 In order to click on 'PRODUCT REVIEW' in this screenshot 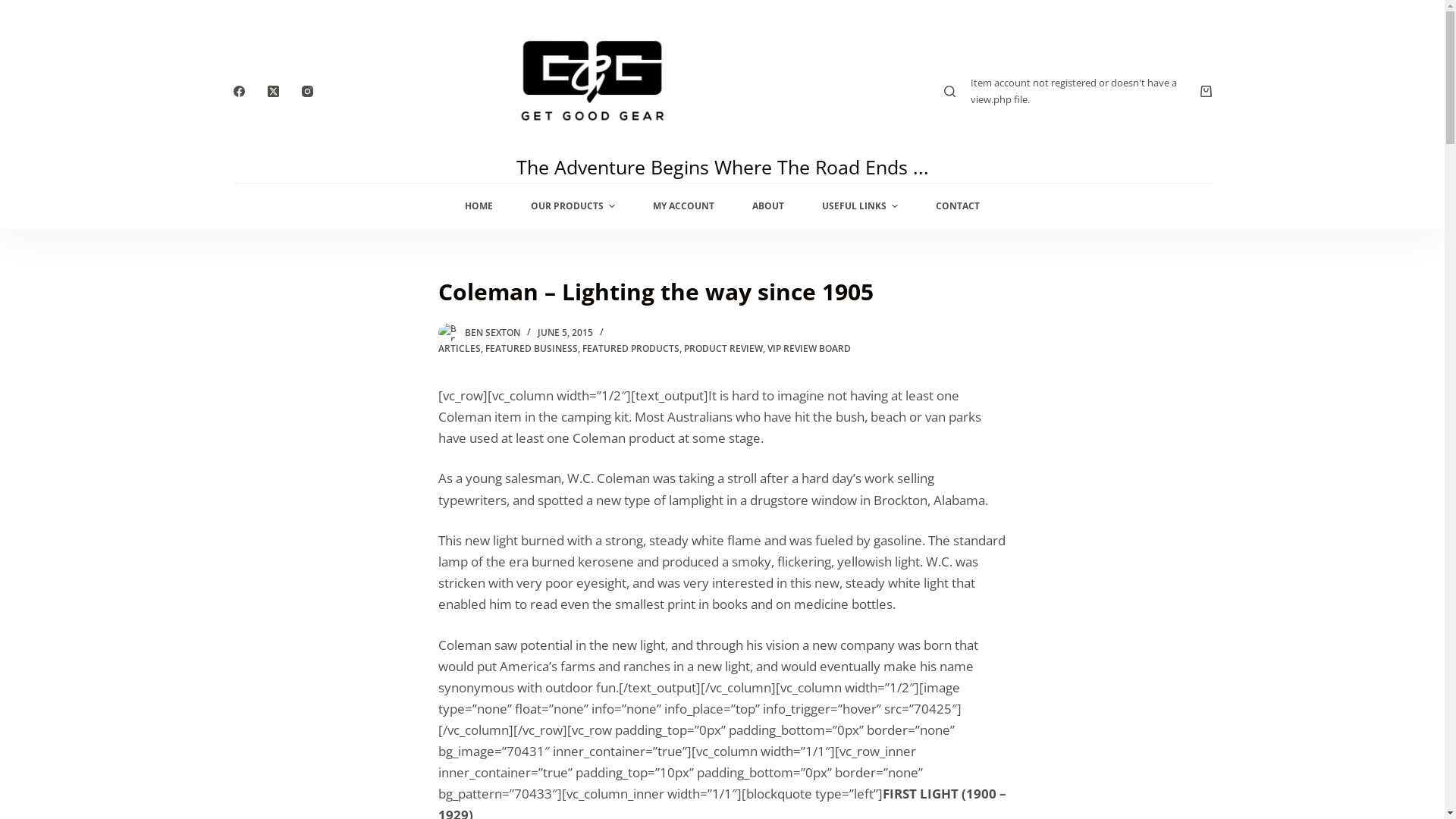, I will do `click(723, 348)`.